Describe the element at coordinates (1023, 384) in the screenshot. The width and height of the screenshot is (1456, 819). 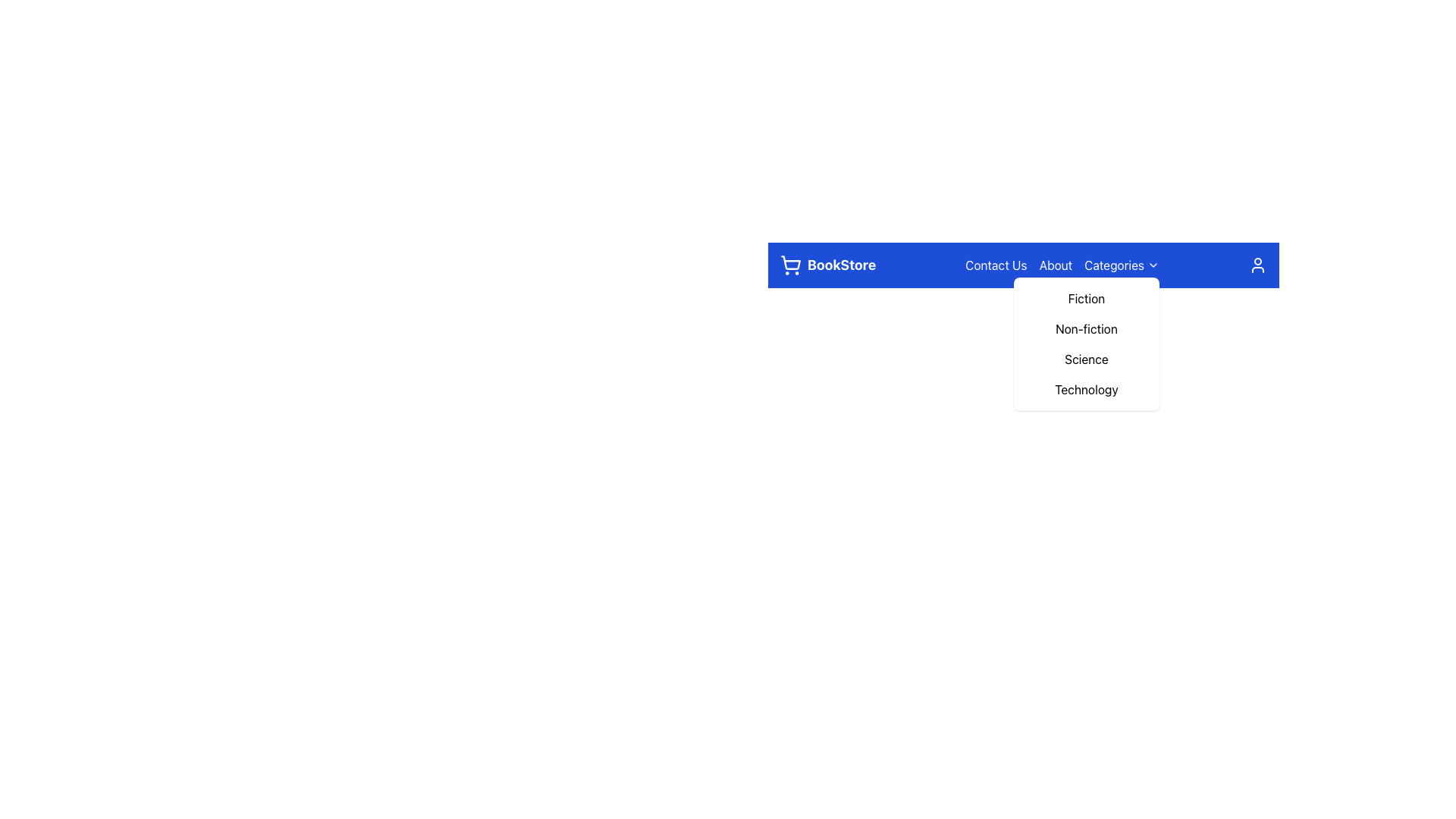
I see `the 'Technology' option in the dropdown menu under the 'Categories' button, which is a white dropdown menu displaying options vertically` at that location.